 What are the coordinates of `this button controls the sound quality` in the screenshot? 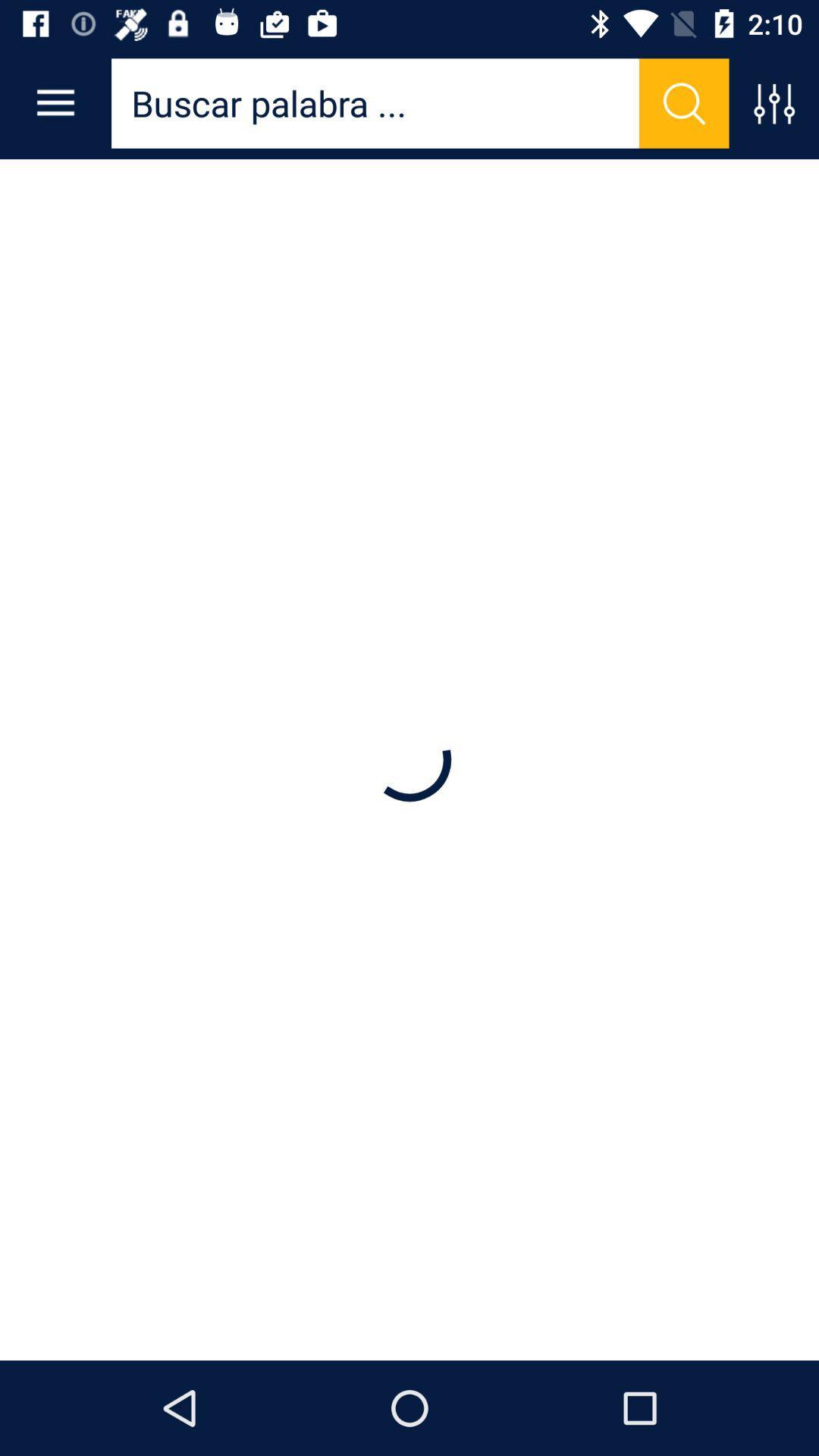 It's located at (773, 102).